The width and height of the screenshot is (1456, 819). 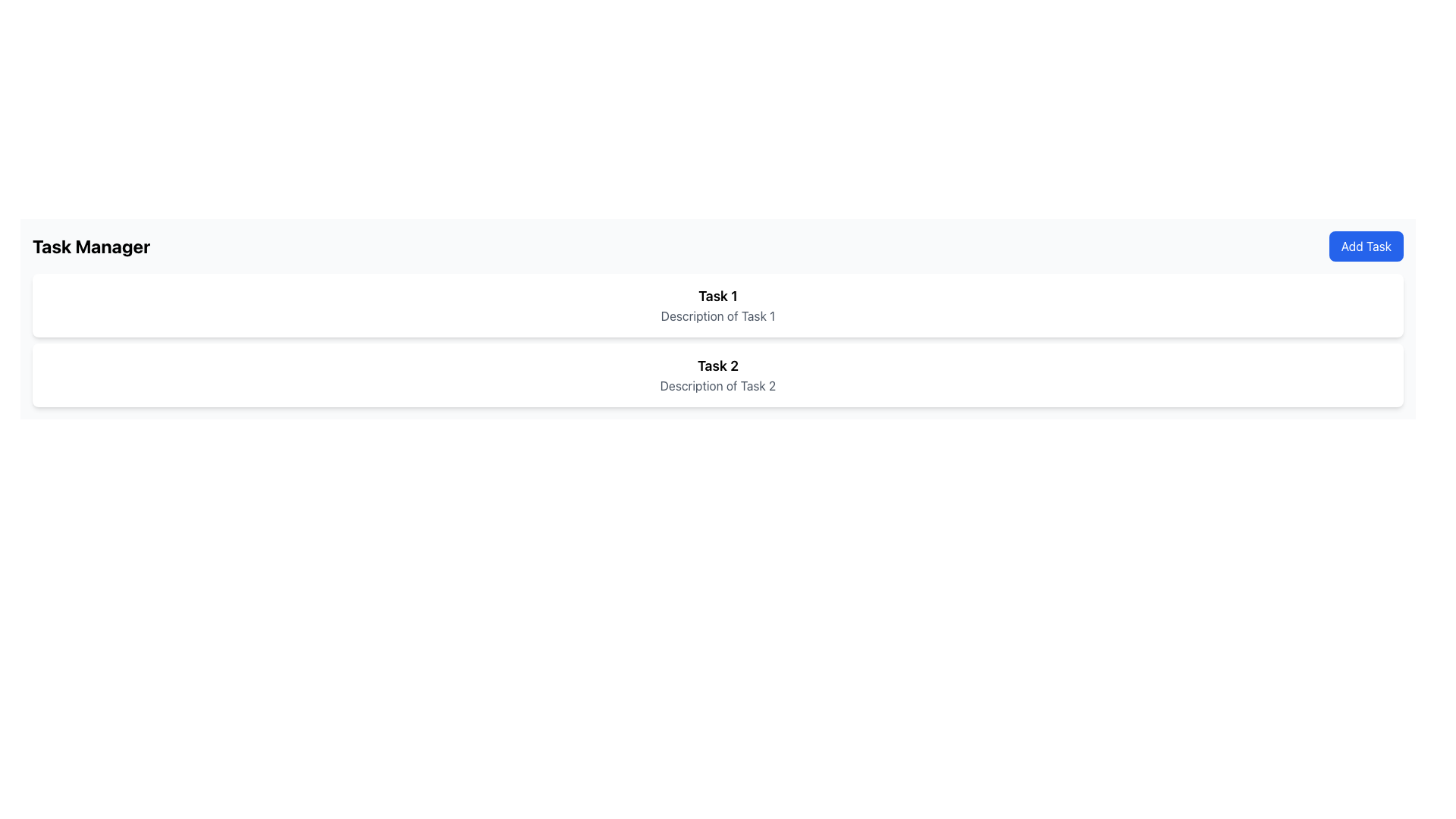 What do you see at coordinates (717, 296) in the screenshot?
I see `the 'Task 1' text label, which is prominently displayed in bold at the top of a white, rounded rectangular card, to trigger any potential hover effects` at bounding box center [717, 296].